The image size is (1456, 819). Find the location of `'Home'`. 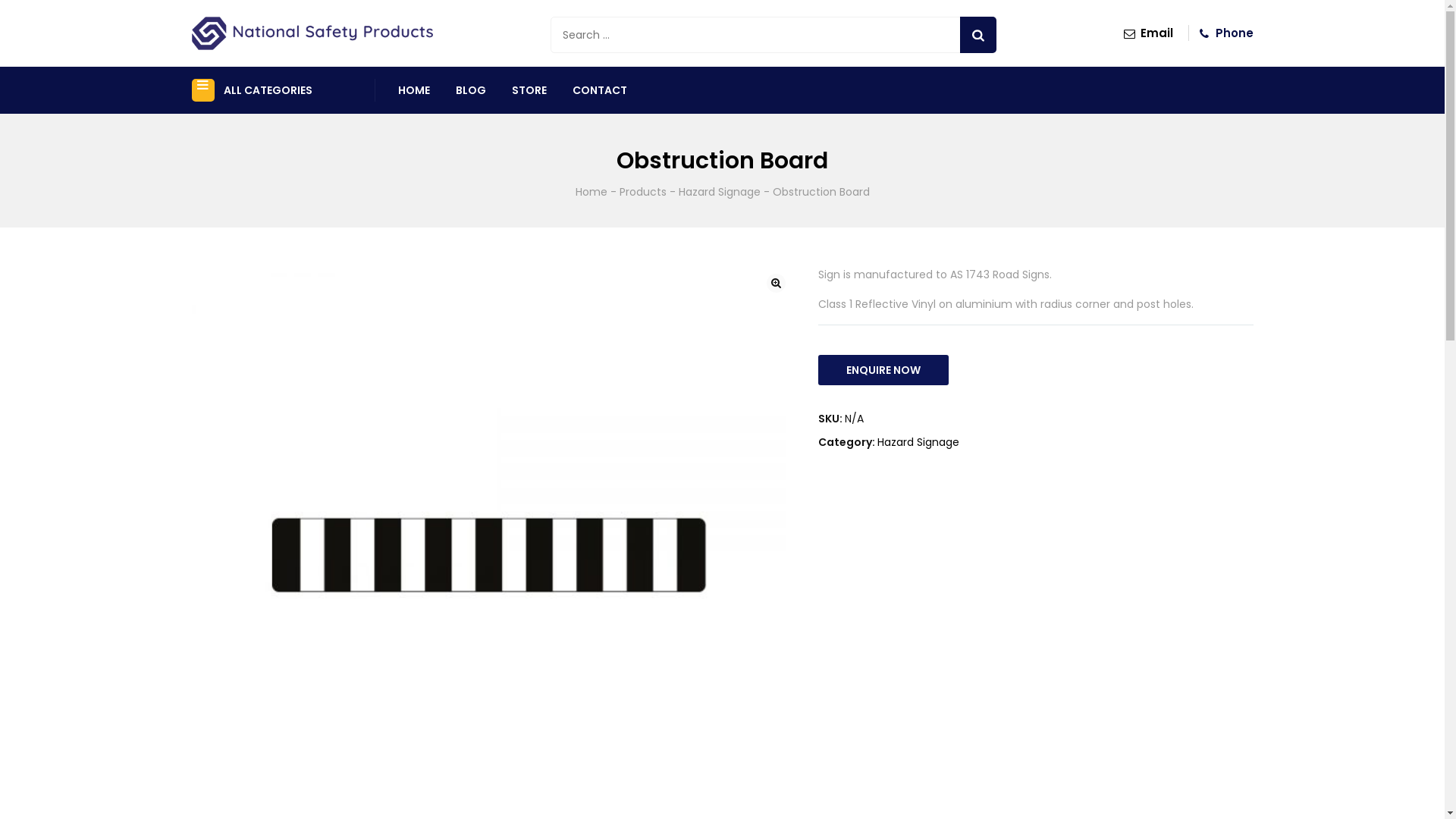

'Home' is located at coordinates (589, 191).